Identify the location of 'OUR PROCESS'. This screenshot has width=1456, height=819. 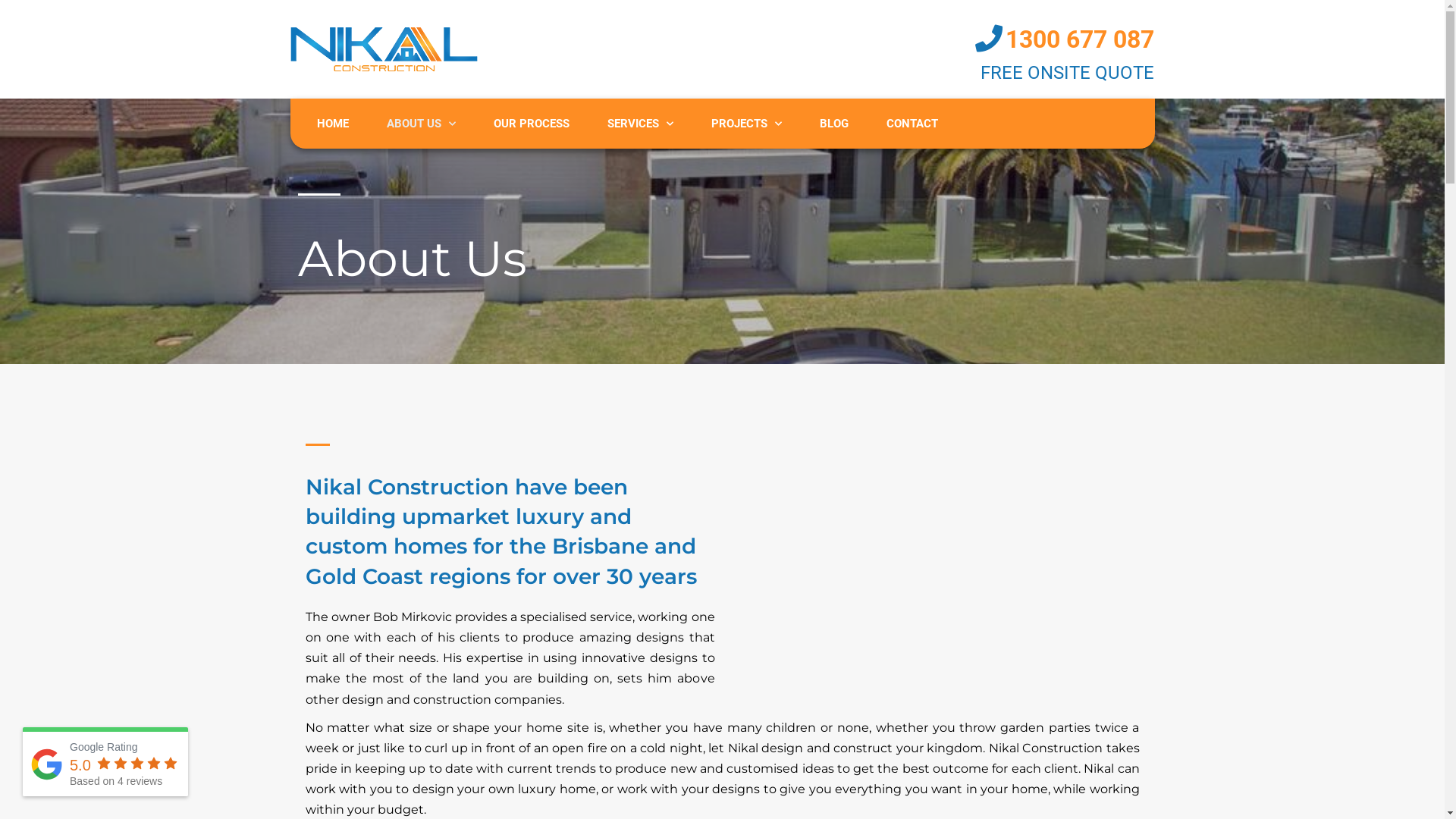
(531, 122).